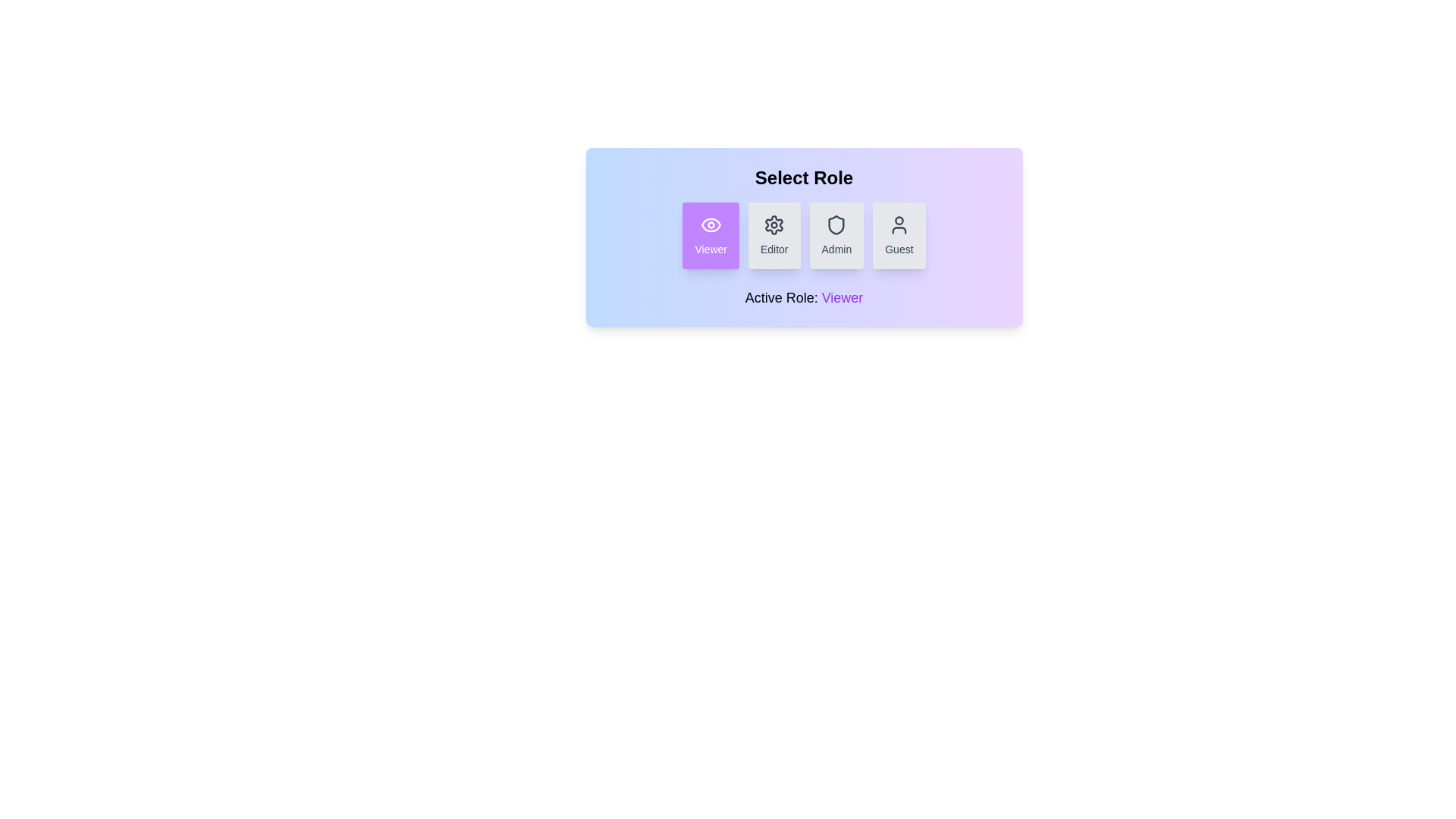  I want to click on the role button corresponding to Viewer, so click(710, 236).